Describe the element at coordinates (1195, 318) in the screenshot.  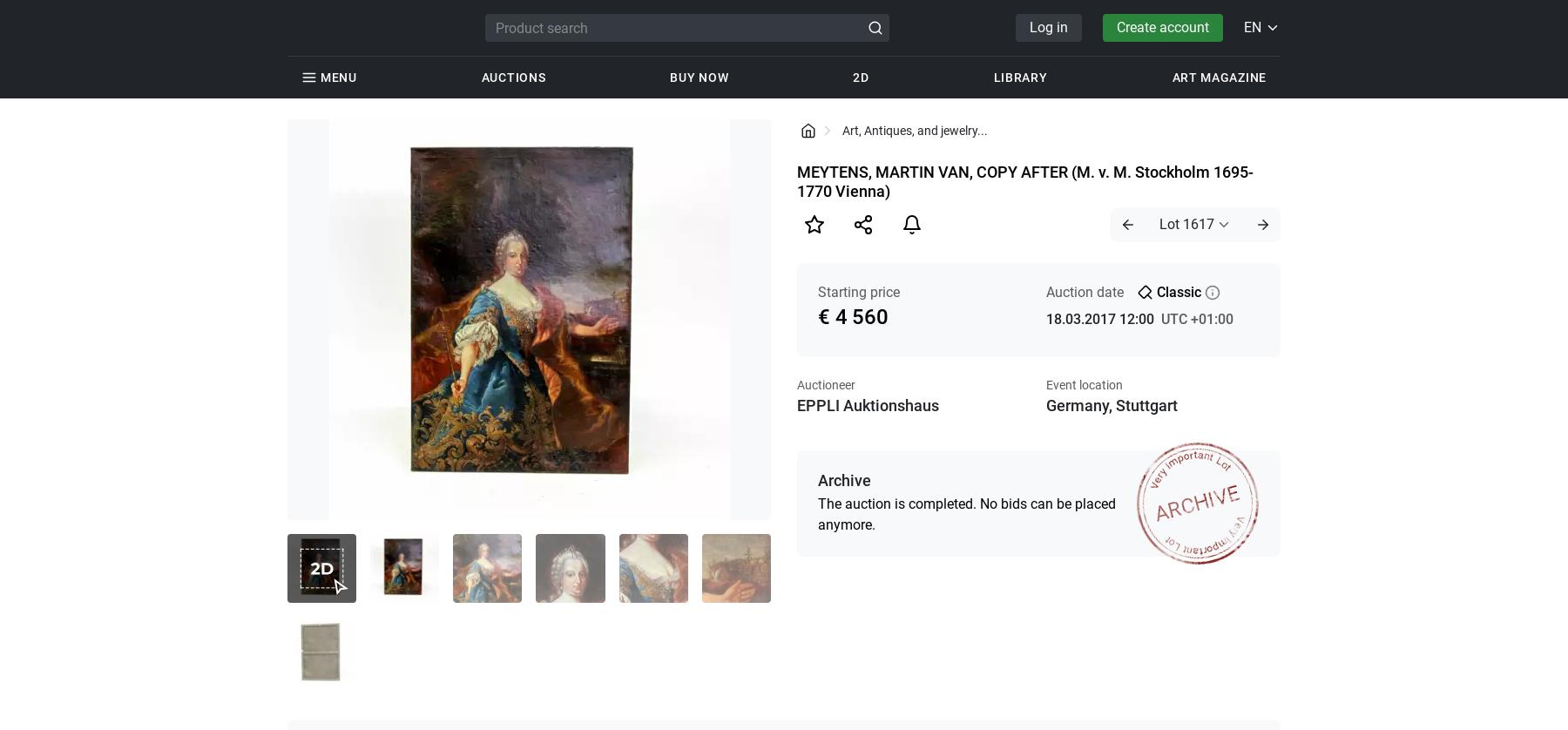
I see `'UTC +01:00'` at that location.